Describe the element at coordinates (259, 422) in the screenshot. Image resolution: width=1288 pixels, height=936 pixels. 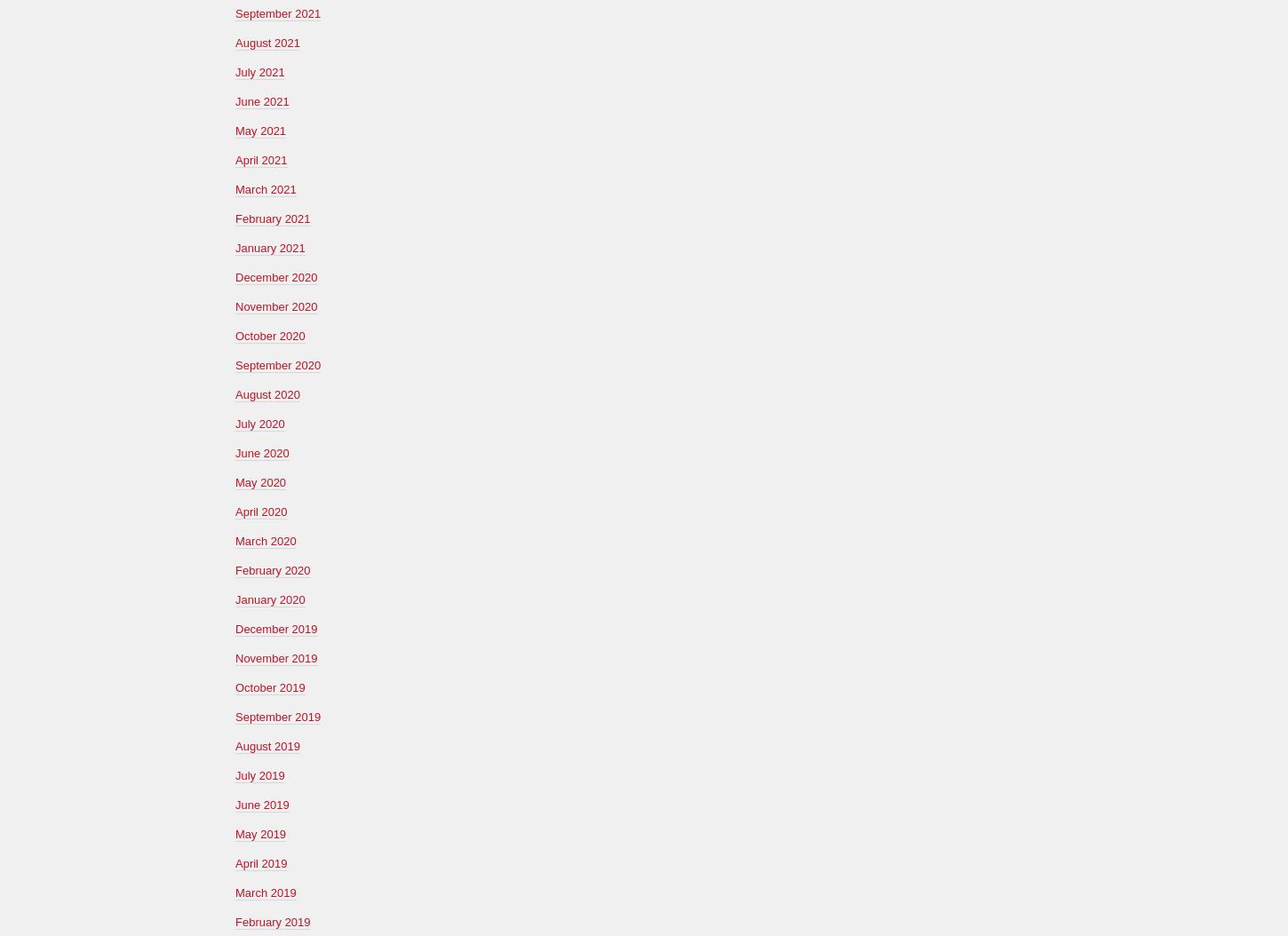
I see `'July 2020'` at that location.